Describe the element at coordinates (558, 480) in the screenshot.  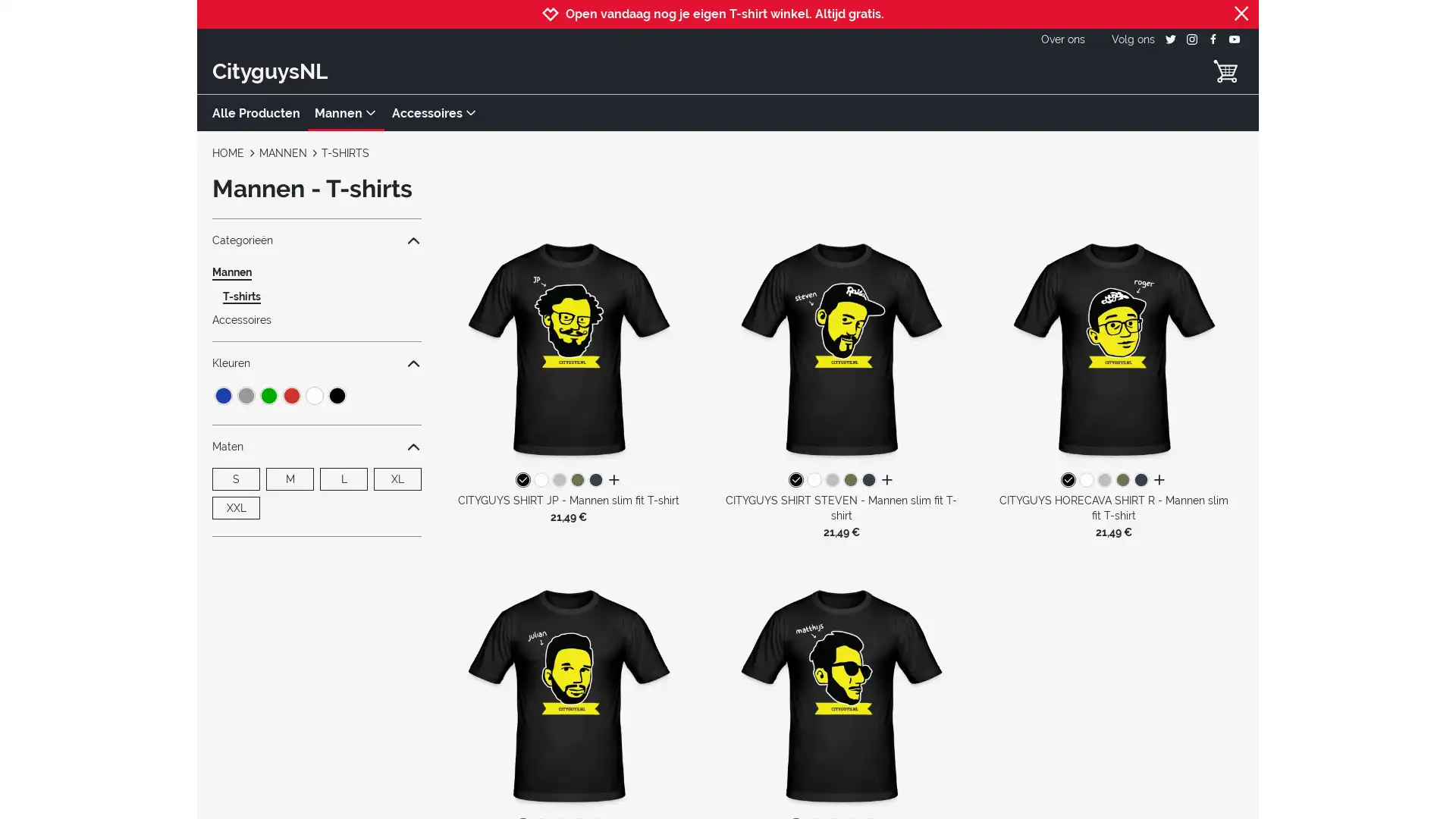
I see `grijs gemeleerd` at that location.